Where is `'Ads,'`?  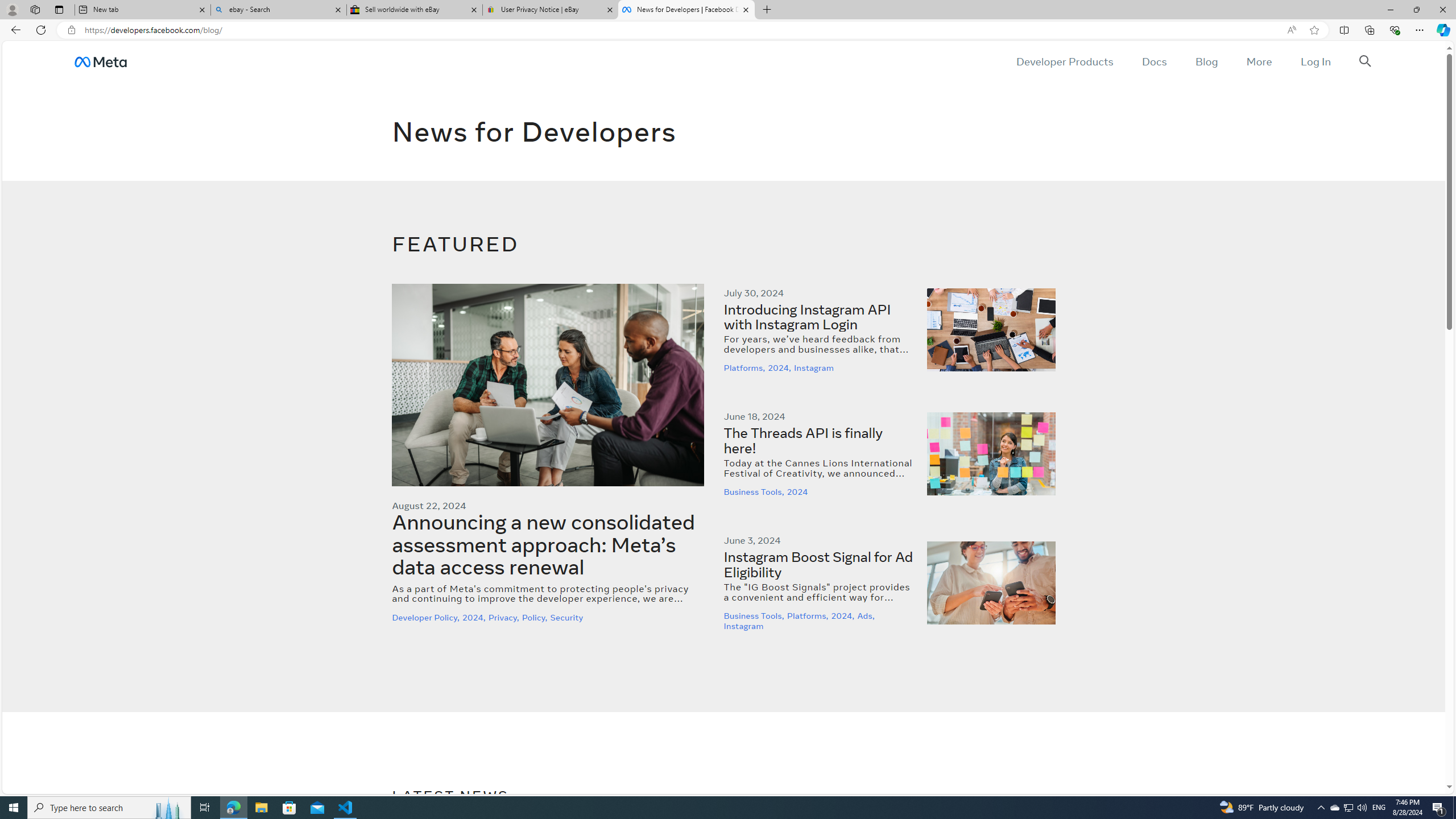
'Ads,' is located at coordinates (867, 616).